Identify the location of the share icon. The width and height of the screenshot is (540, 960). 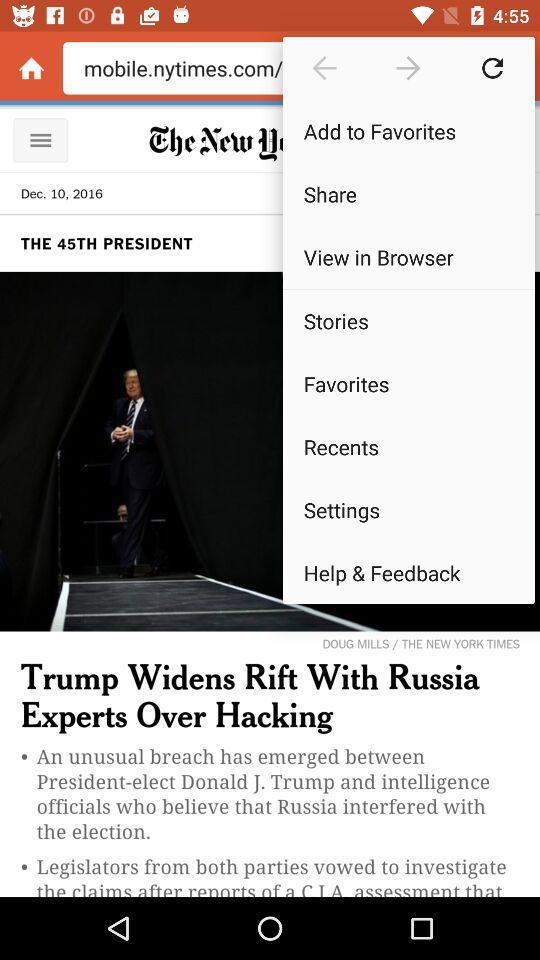
(407, 194).